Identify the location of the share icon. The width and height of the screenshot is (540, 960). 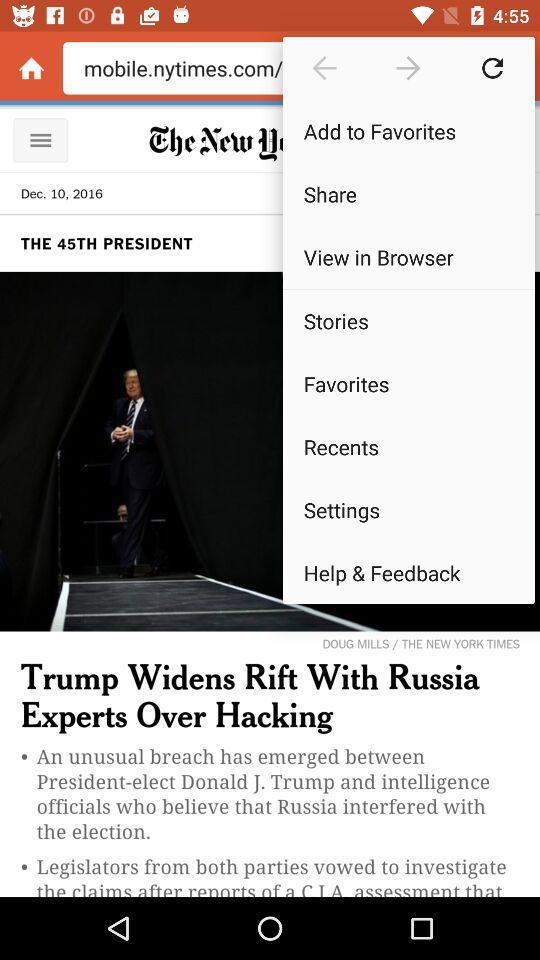
(407, 194).